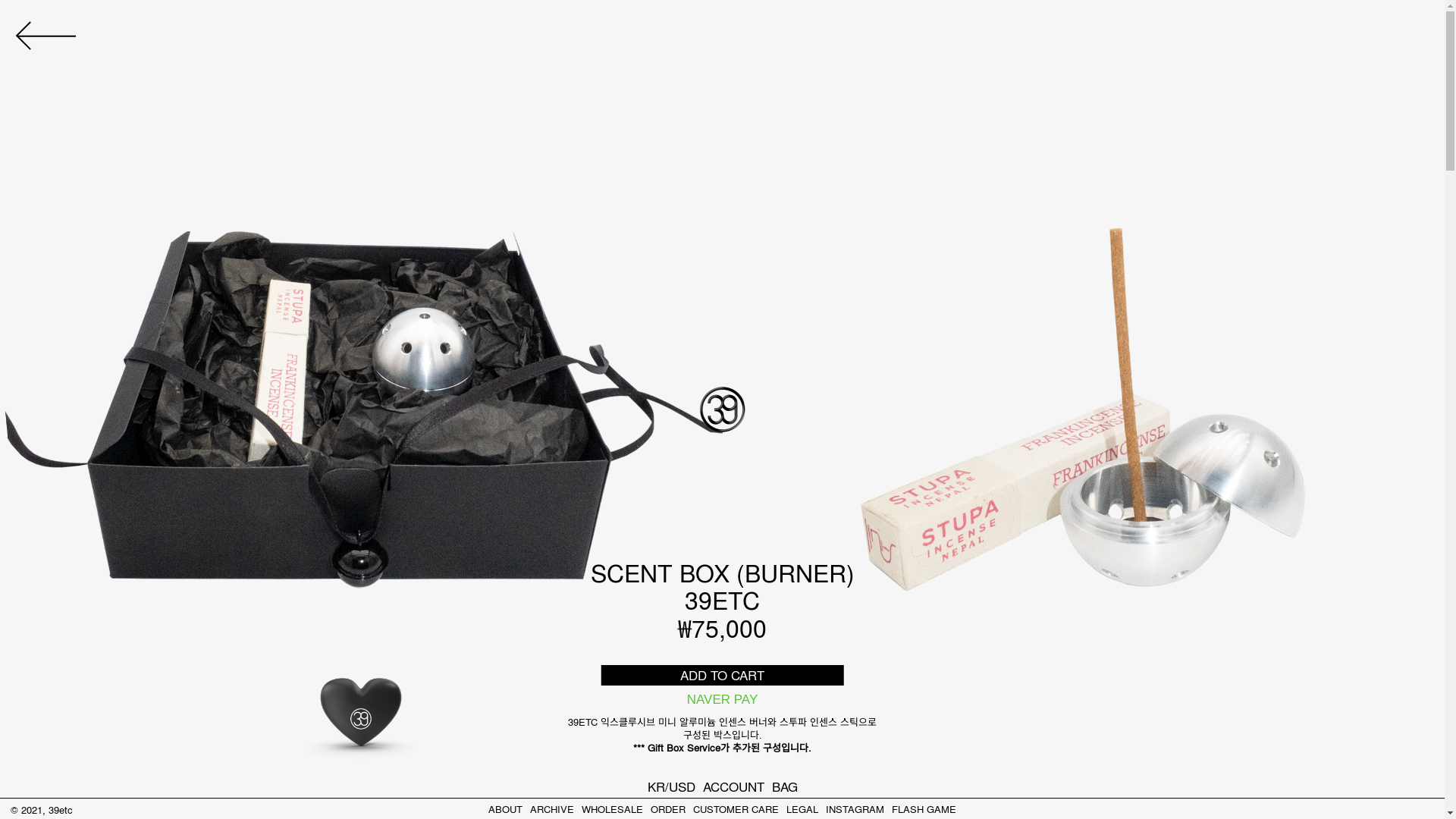 The image size is (1456, 819). I want to click on 'FLASH GAME', so click(923, 808).